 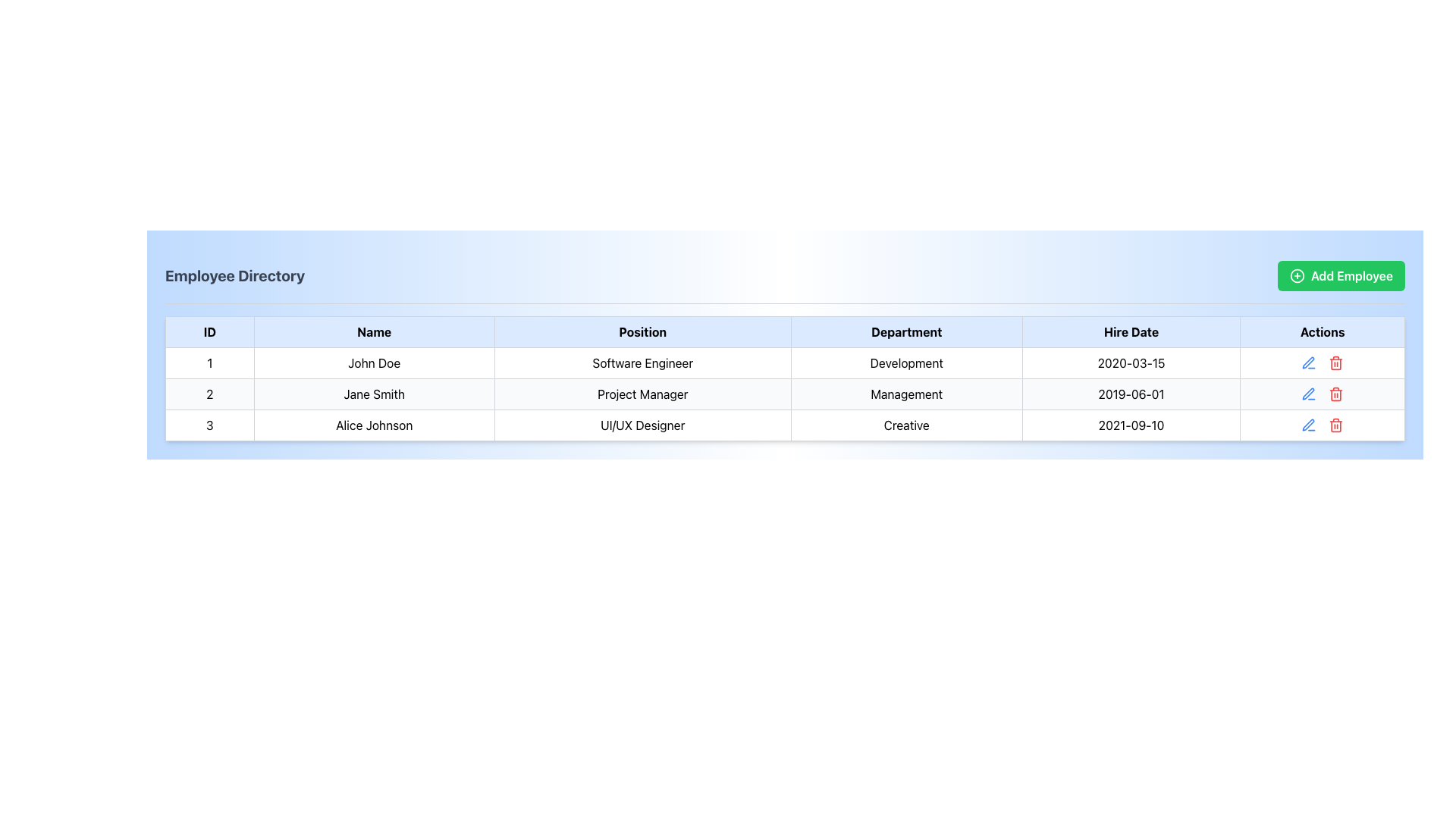 I want to click on the red trash can icon button located at the rightmost side of the 'Actions' column in the third row of the 'Employee Directory' table, so click(x=1336, y=362).